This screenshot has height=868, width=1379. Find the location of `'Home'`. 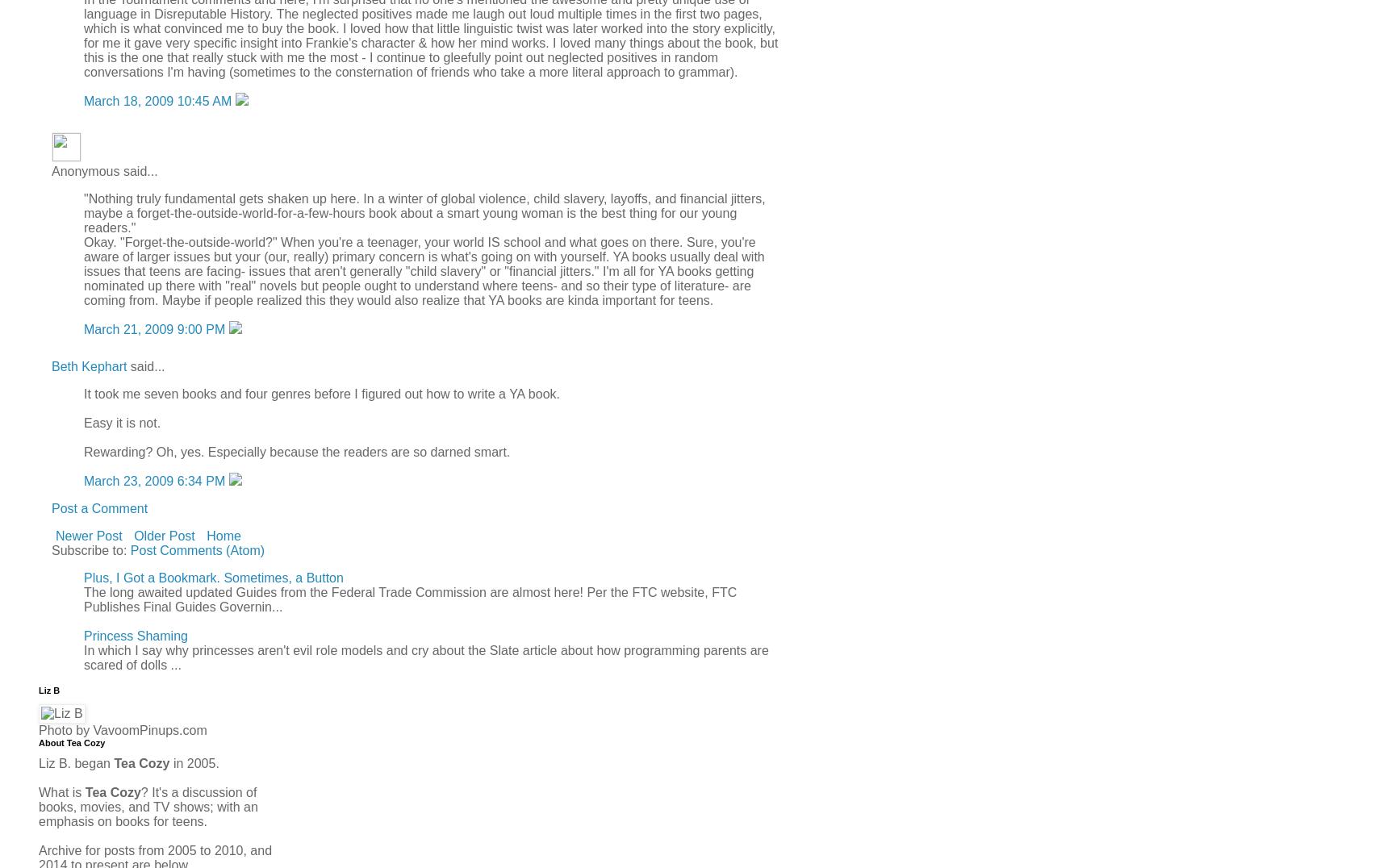

'Home' is located at coordinates (223, 534).